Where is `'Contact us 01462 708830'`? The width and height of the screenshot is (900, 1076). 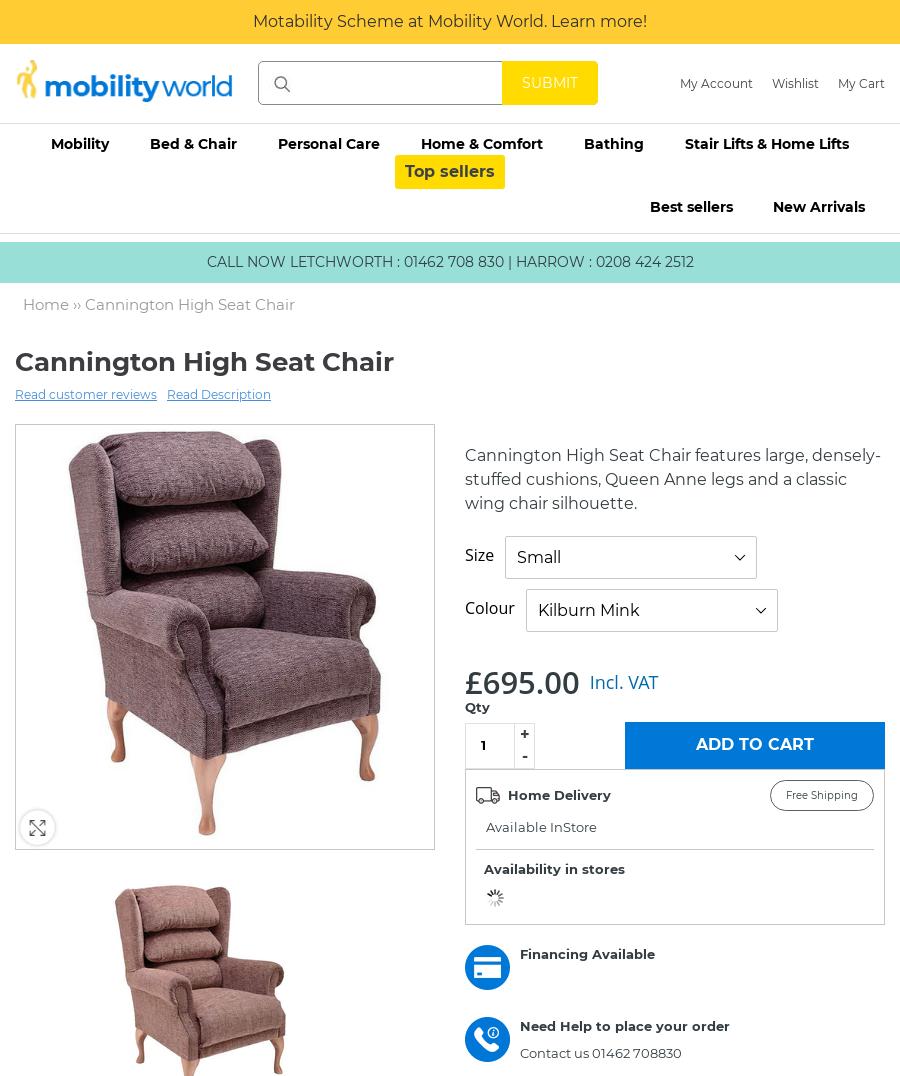
'Contact us 01462 708830' is located at coordinates (601, 1052).